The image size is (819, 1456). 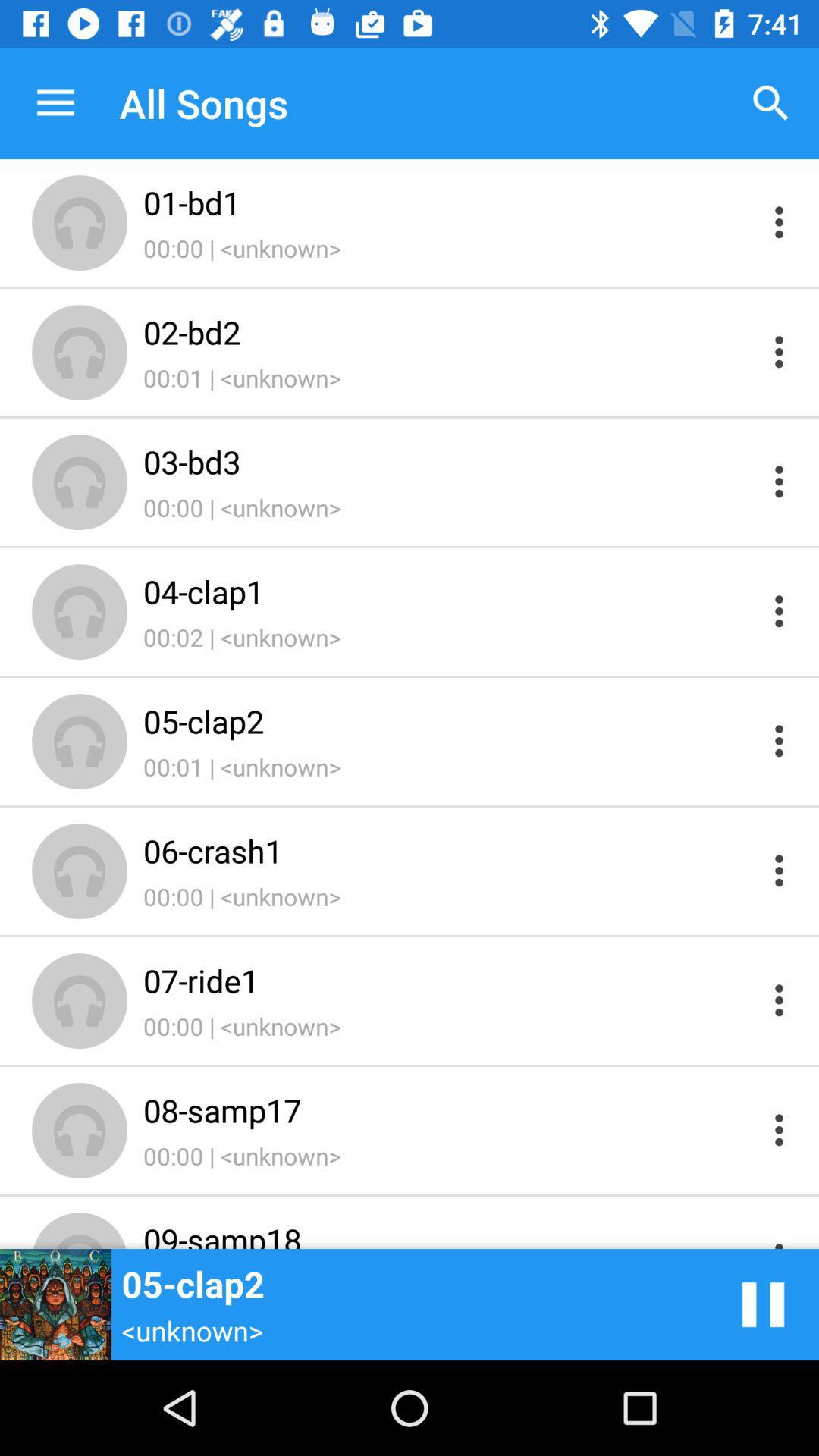 What do you see at coordinates (448, 720) in the screenshot?
I see `the 05-clap2 item` at bounding box center [448, 720].